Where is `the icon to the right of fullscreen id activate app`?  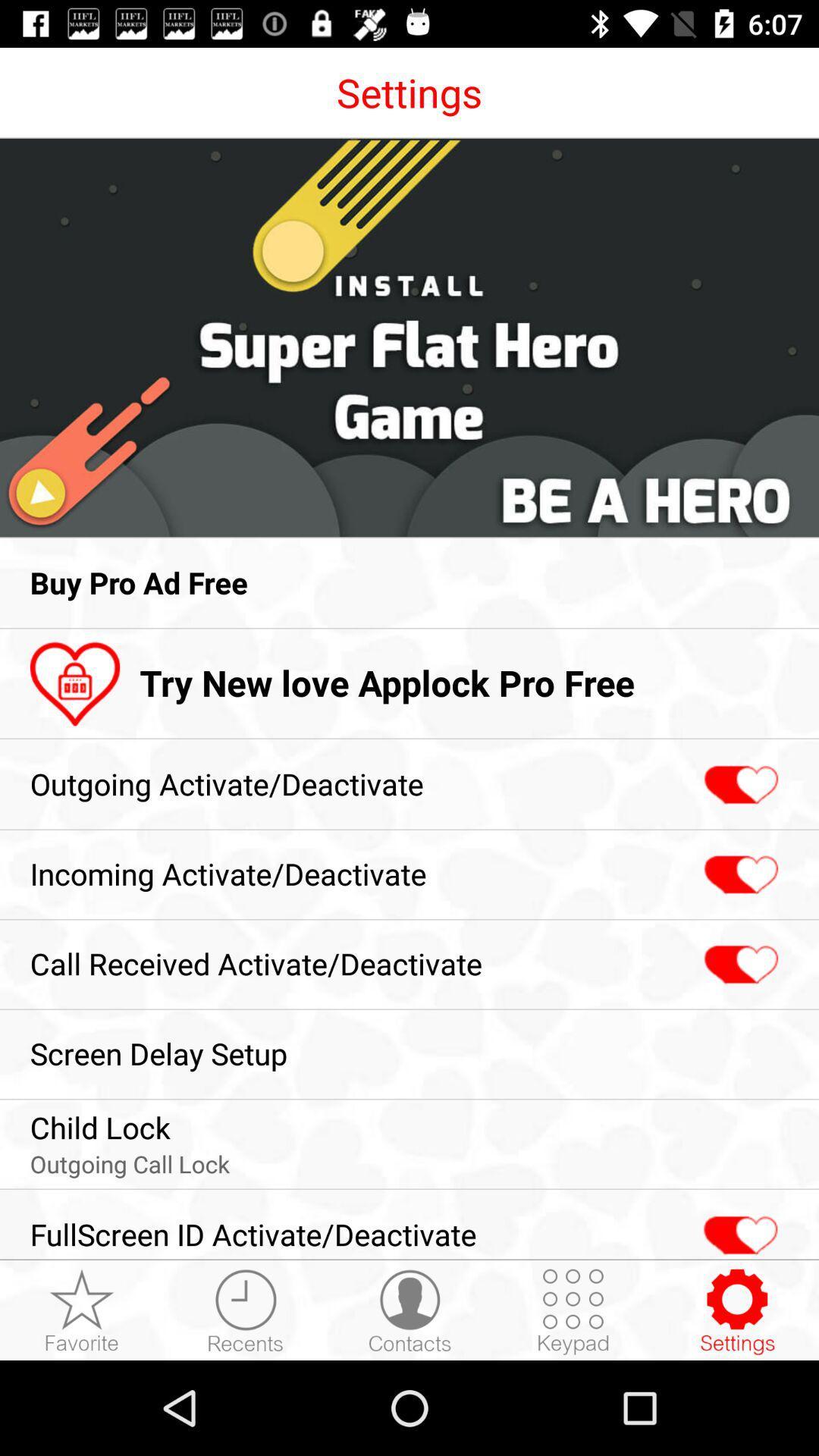
the icon to the right of fullscreen id activate app is located at coordinates (573, 1310).